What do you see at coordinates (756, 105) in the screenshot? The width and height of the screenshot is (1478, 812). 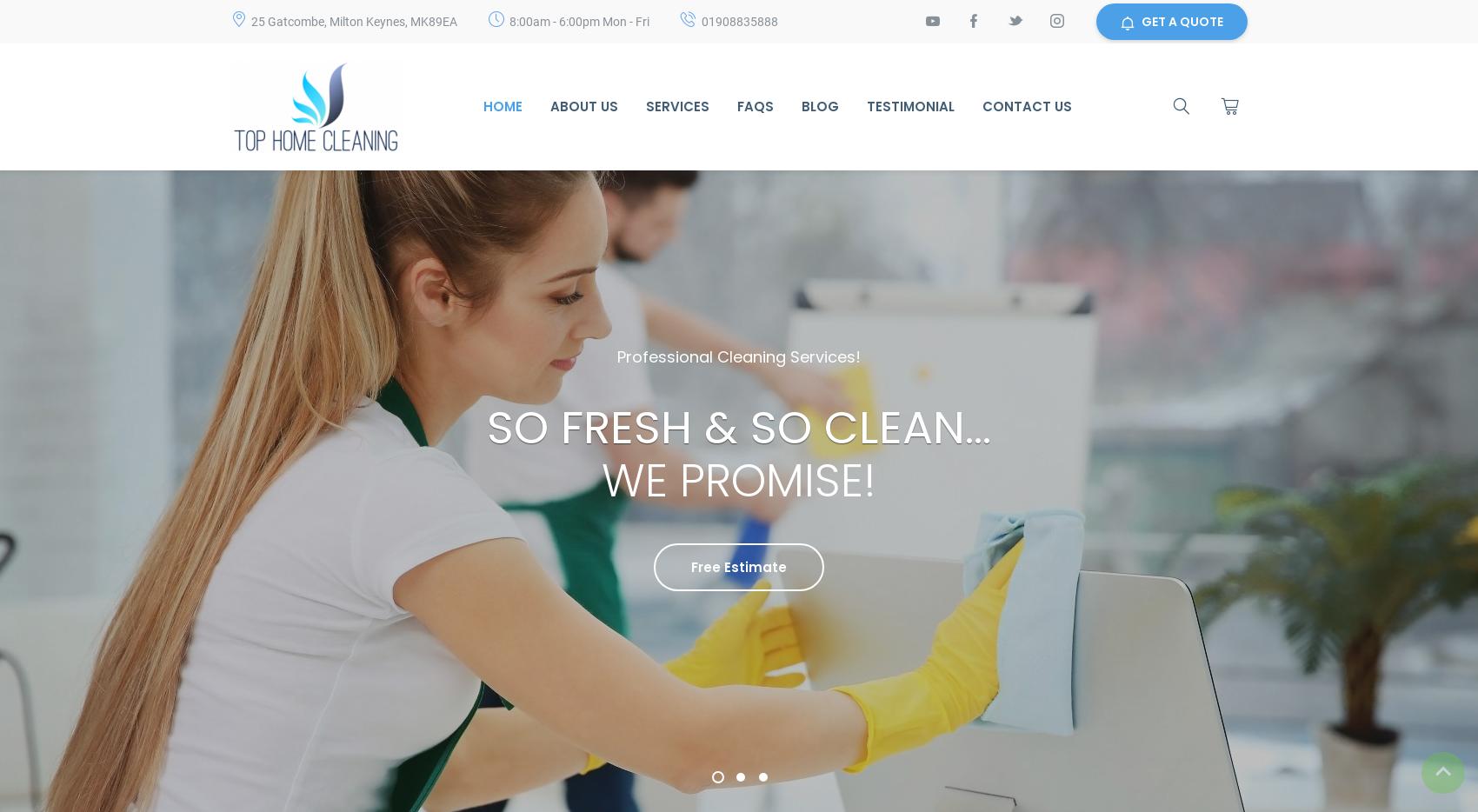 I see `'Faqs'` at bounding box center [756, 105].